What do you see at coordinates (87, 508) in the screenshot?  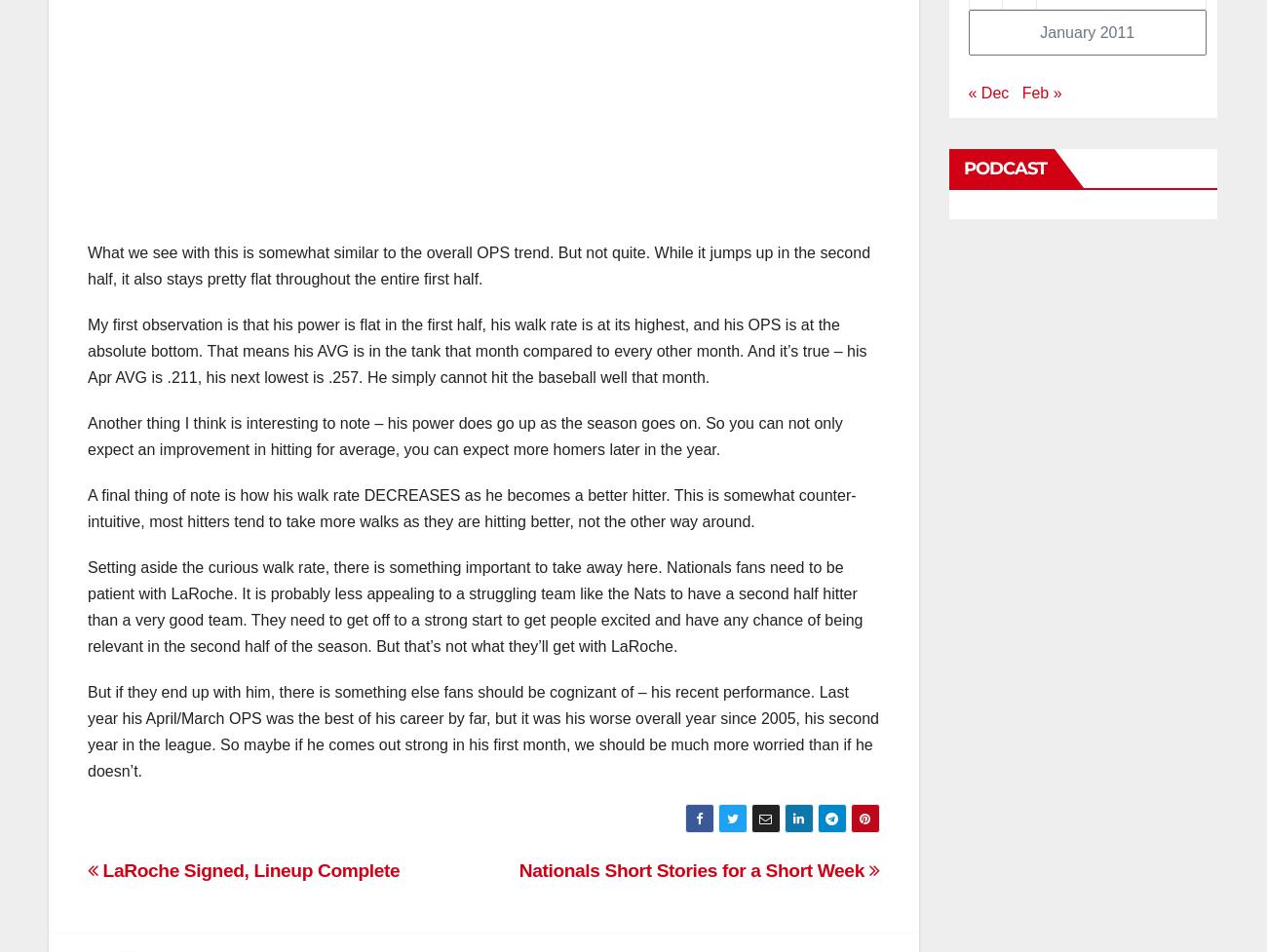 I see `'A final thing of note is how his walk rate DECREASES as he becomes a better hitter. This is somewhat counter-intuitive, most hitters tend to take more walks as they are hitting better, not the other way around.'` at bounding box center [87, 508].